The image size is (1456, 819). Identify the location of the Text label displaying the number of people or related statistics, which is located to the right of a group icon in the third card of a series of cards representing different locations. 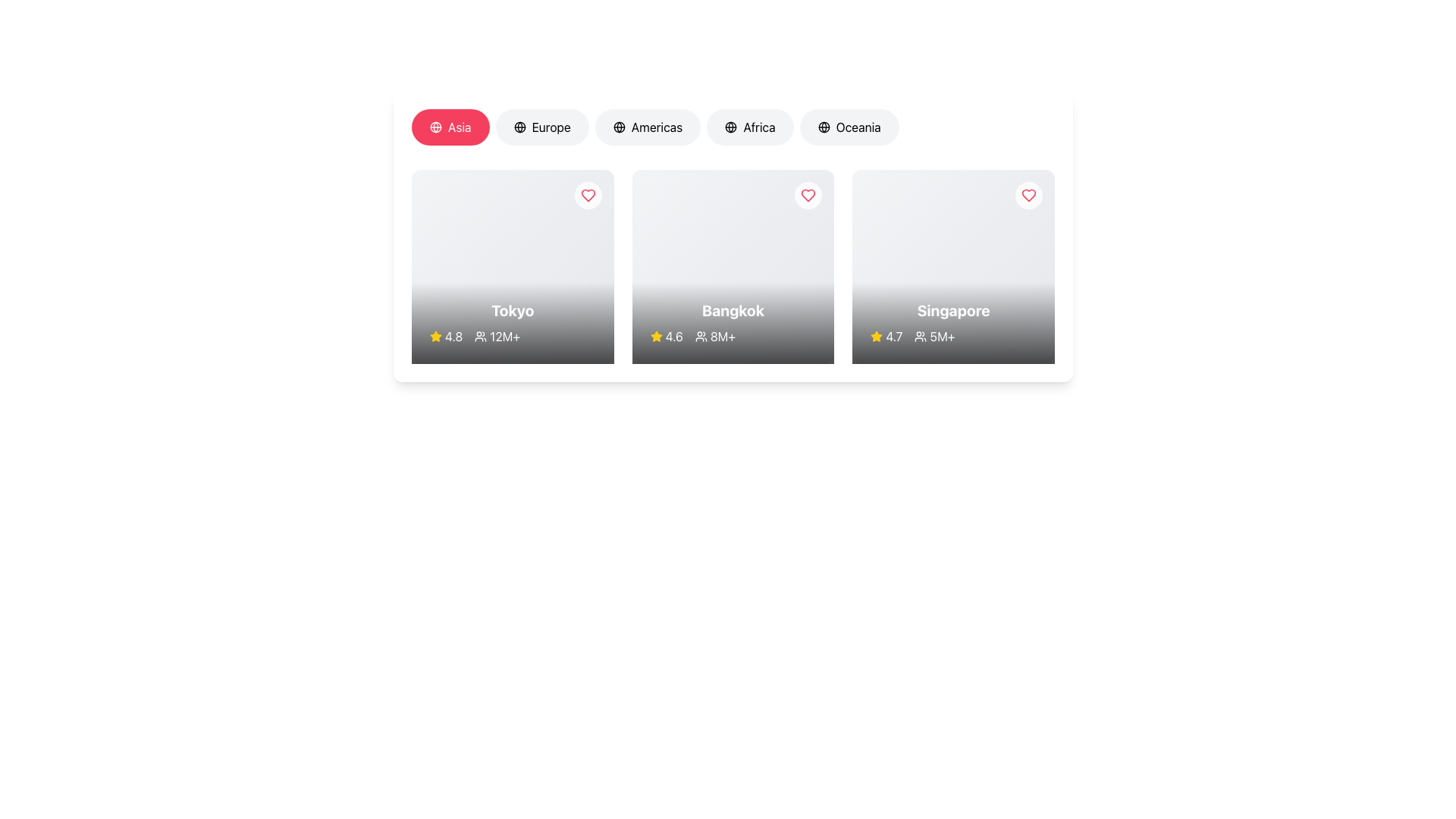
(722, 335).